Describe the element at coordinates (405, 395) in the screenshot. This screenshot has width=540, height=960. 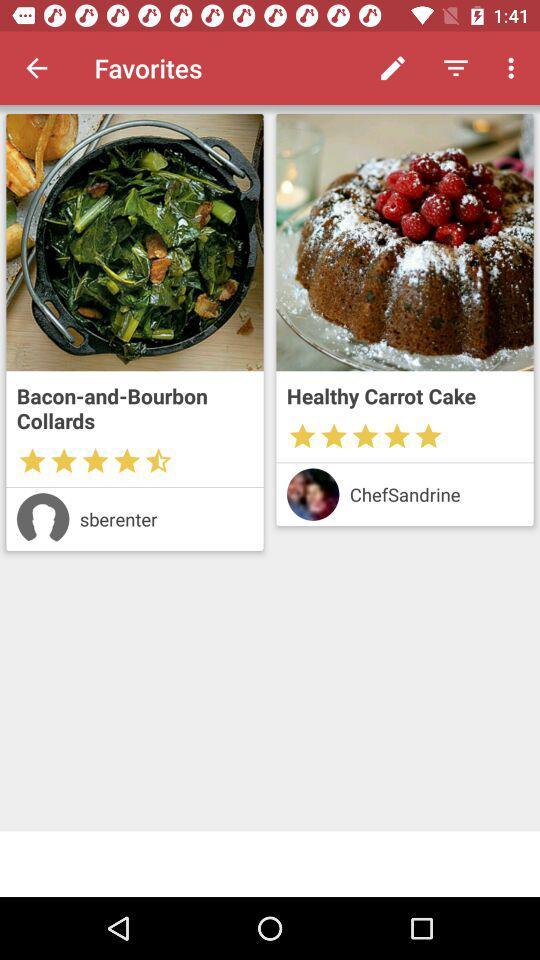
I see `the healthy carrot cake` at that location.